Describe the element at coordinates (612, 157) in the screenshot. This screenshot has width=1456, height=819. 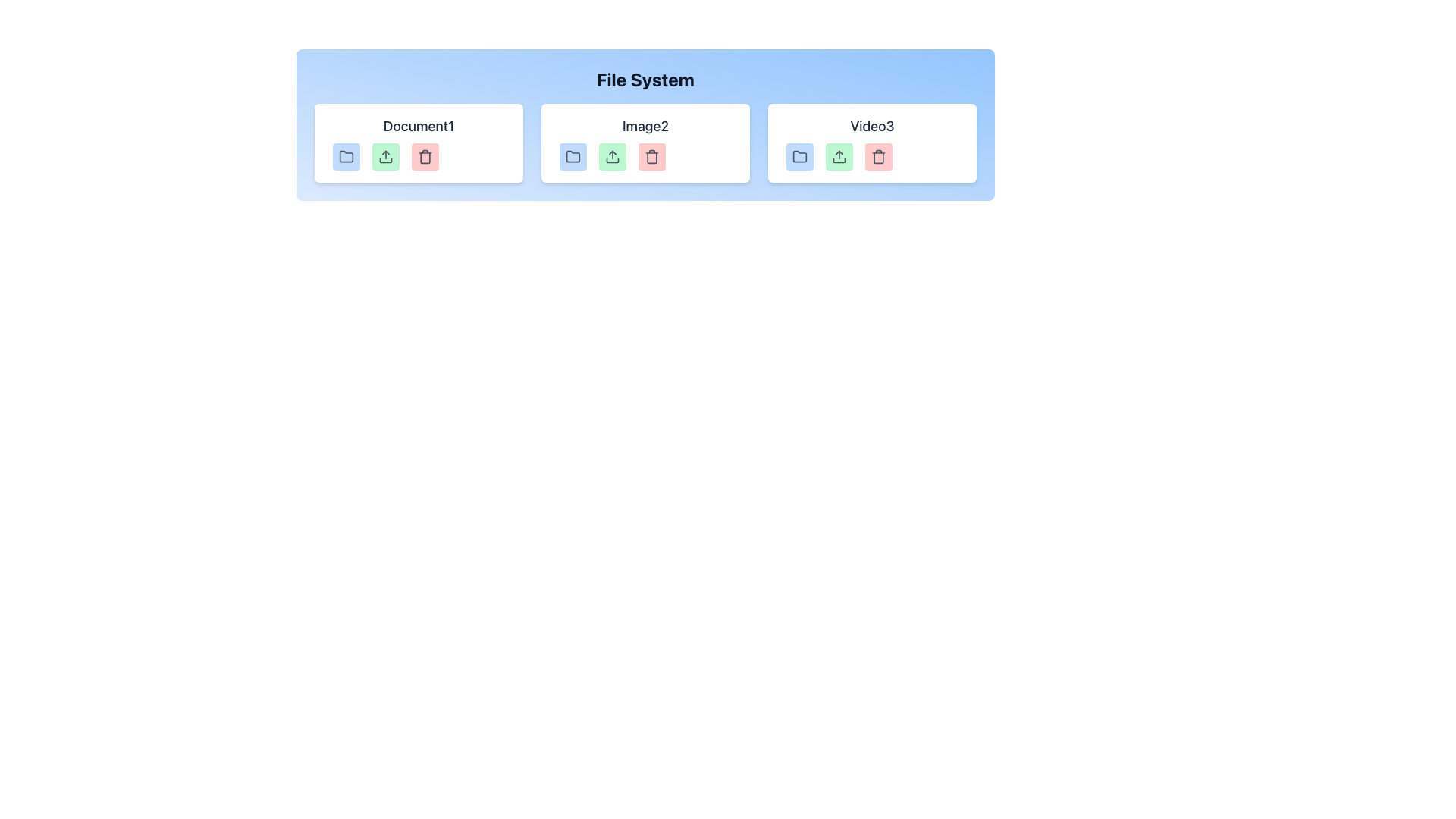
I see `the upload button located in the middle section of three horizontally aligned buttons under the 'Image2' label, which features an upward-pointing arrow icon` at that location.